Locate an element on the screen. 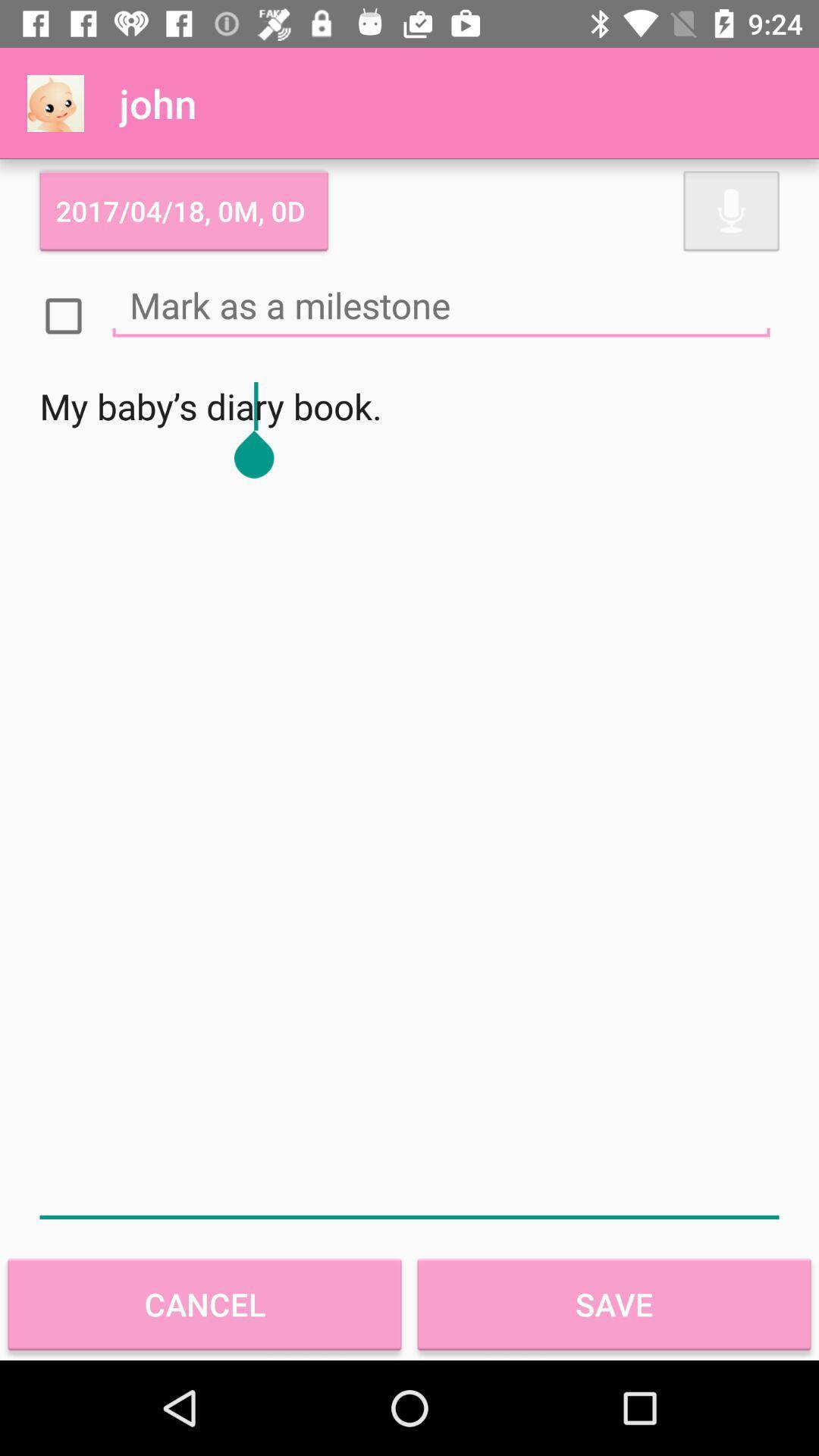 Image resolution: width=819 pixels, height=1456 pixels. box is located at coordinates (63, 315).